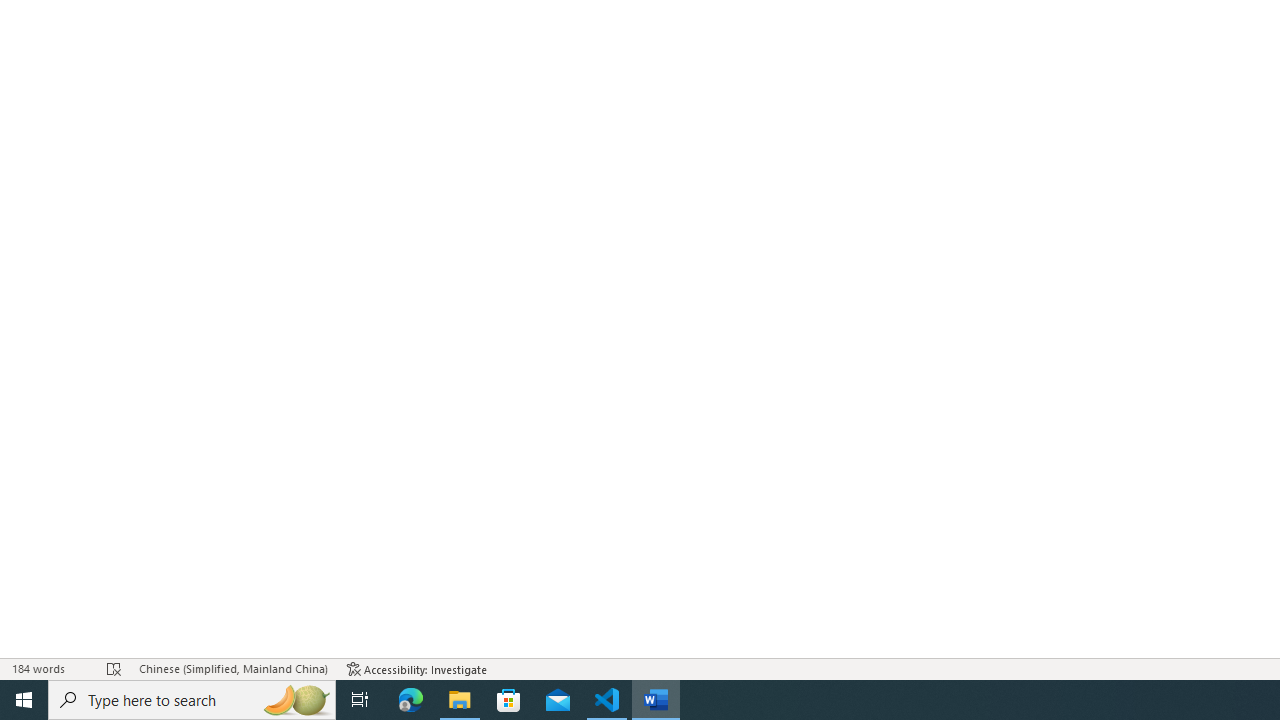  Describe the element at coordinates (113, 669) in the screenshot. I see `'Spelling and Grammar Check Errors'` at that location.